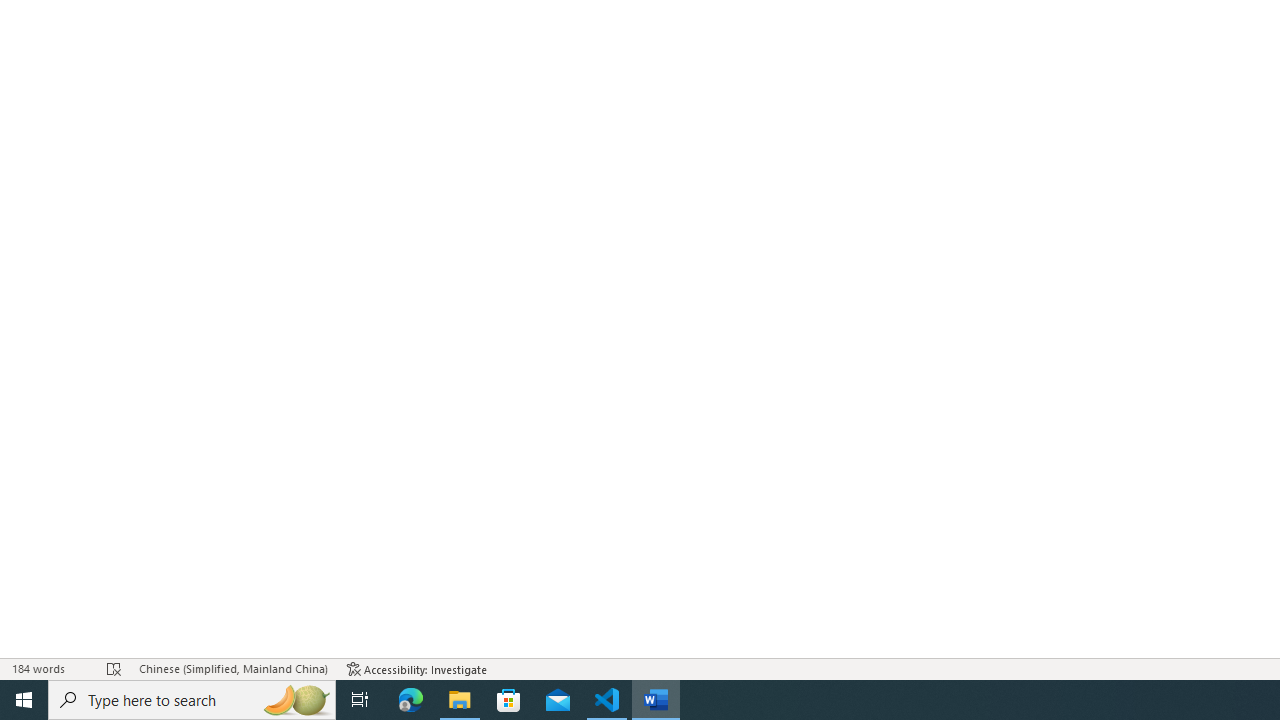  Describe the element at coordinates (113, 669) in the screenshot. I see `'Spelling and Grammar Check Errors'` at that location.